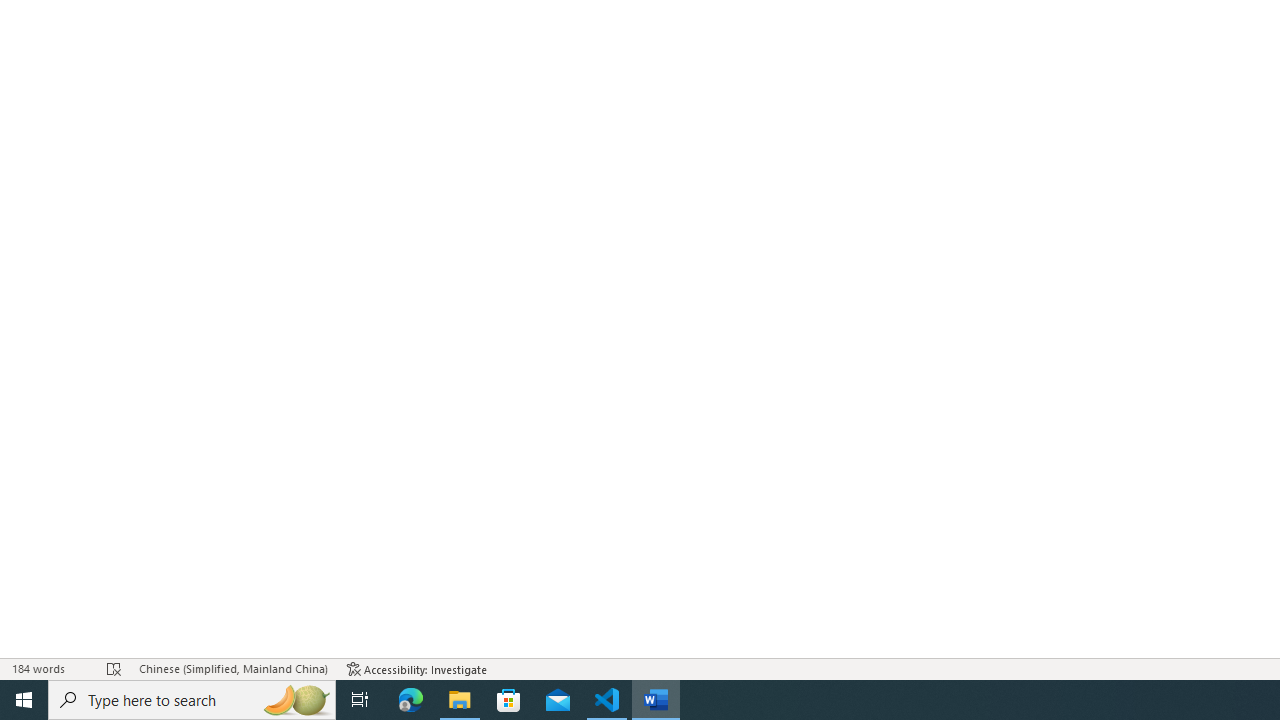  Describe the element at coordinates (113, 669) in the screenshot. I see `'Spelling and Grammar Check Errors'` at that location.